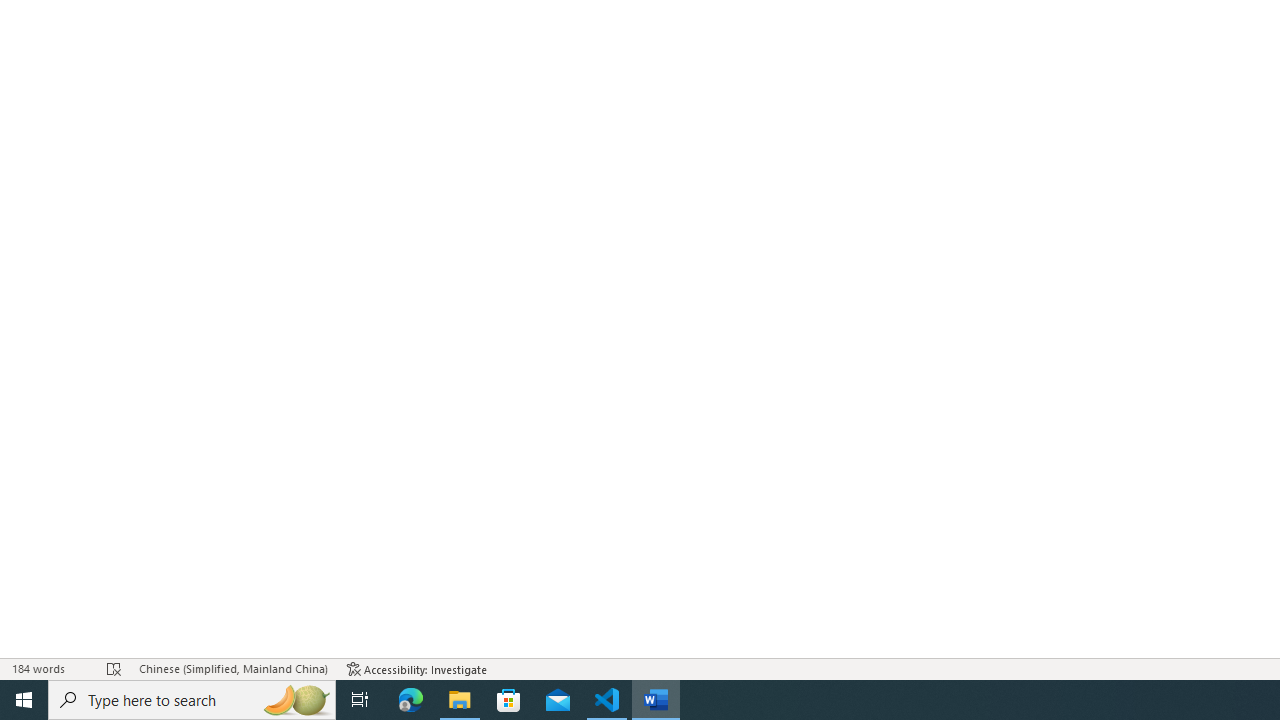  Describe the element at coordinates (113, 669) in the screenshot. I see `'Spelling and Grammar Check Errors'` at that location.